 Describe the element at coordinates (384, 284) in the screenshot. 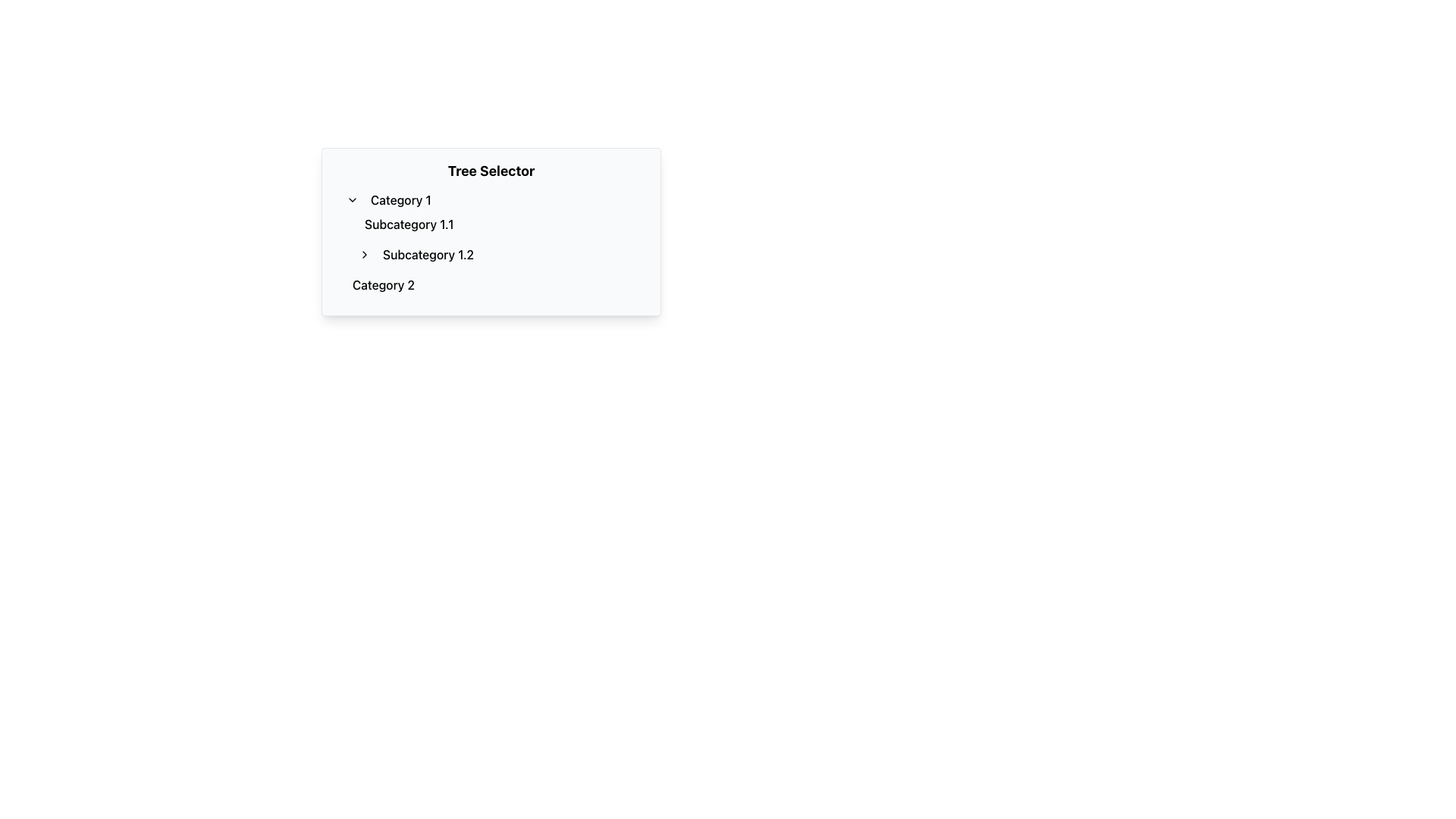

I see `the text label 'Category 2'` at that location.